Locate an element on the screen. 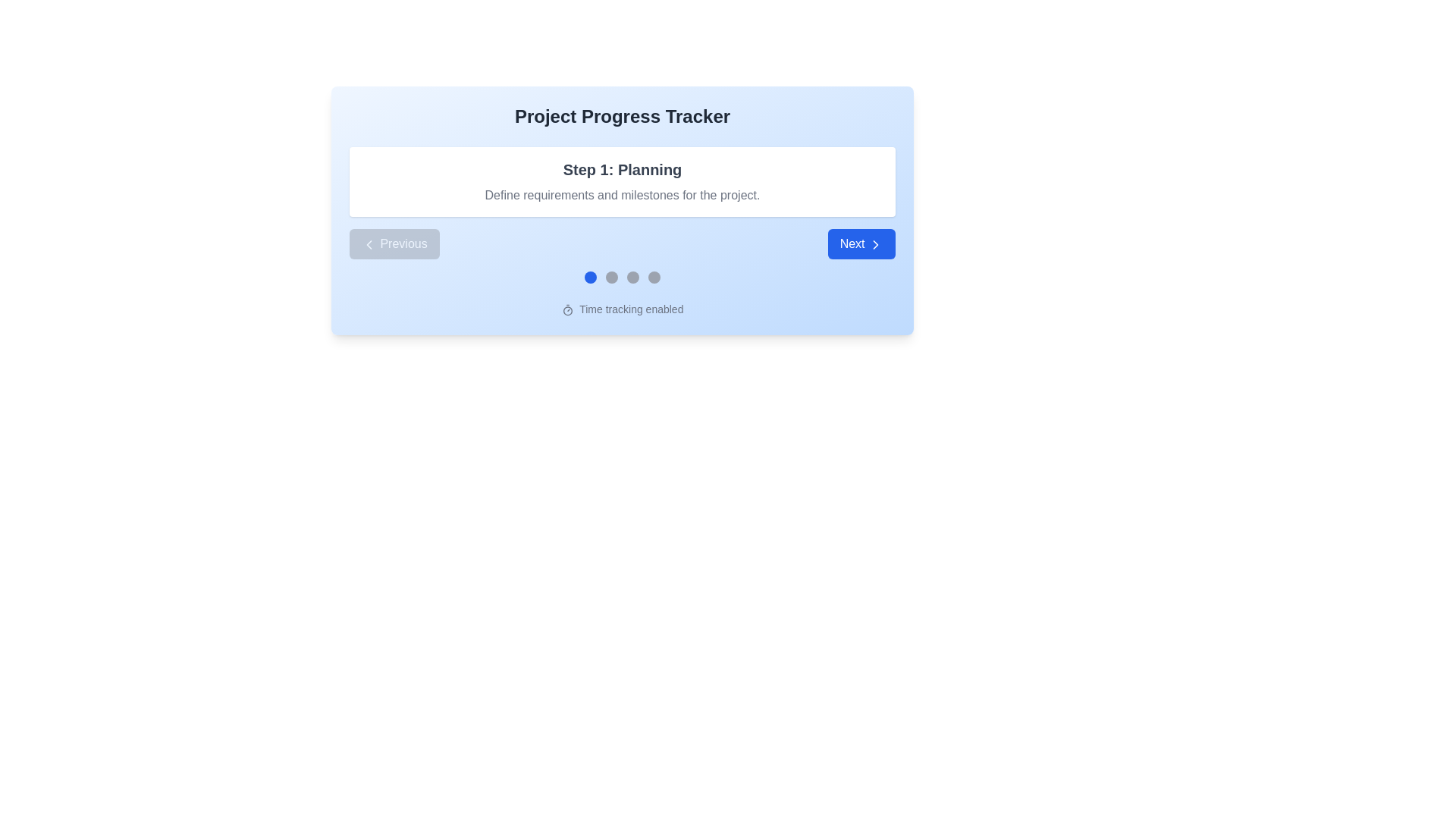  the informational card or header section located at the top middle of the Project Progress Tracker interface is located at coordinates (622, 210).